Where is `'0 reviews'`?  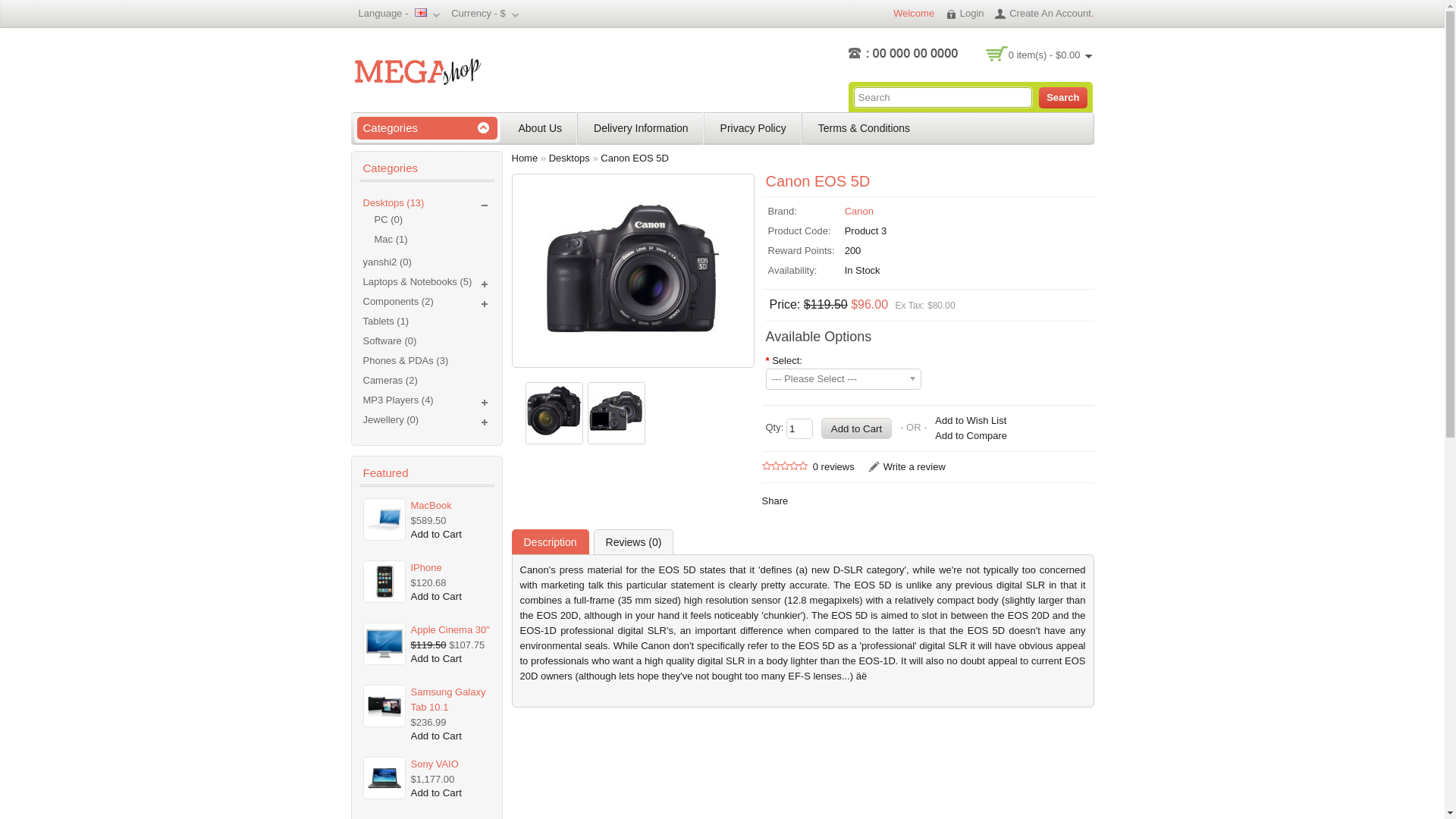
'0 reviews' is located at coordinates (833, 466).